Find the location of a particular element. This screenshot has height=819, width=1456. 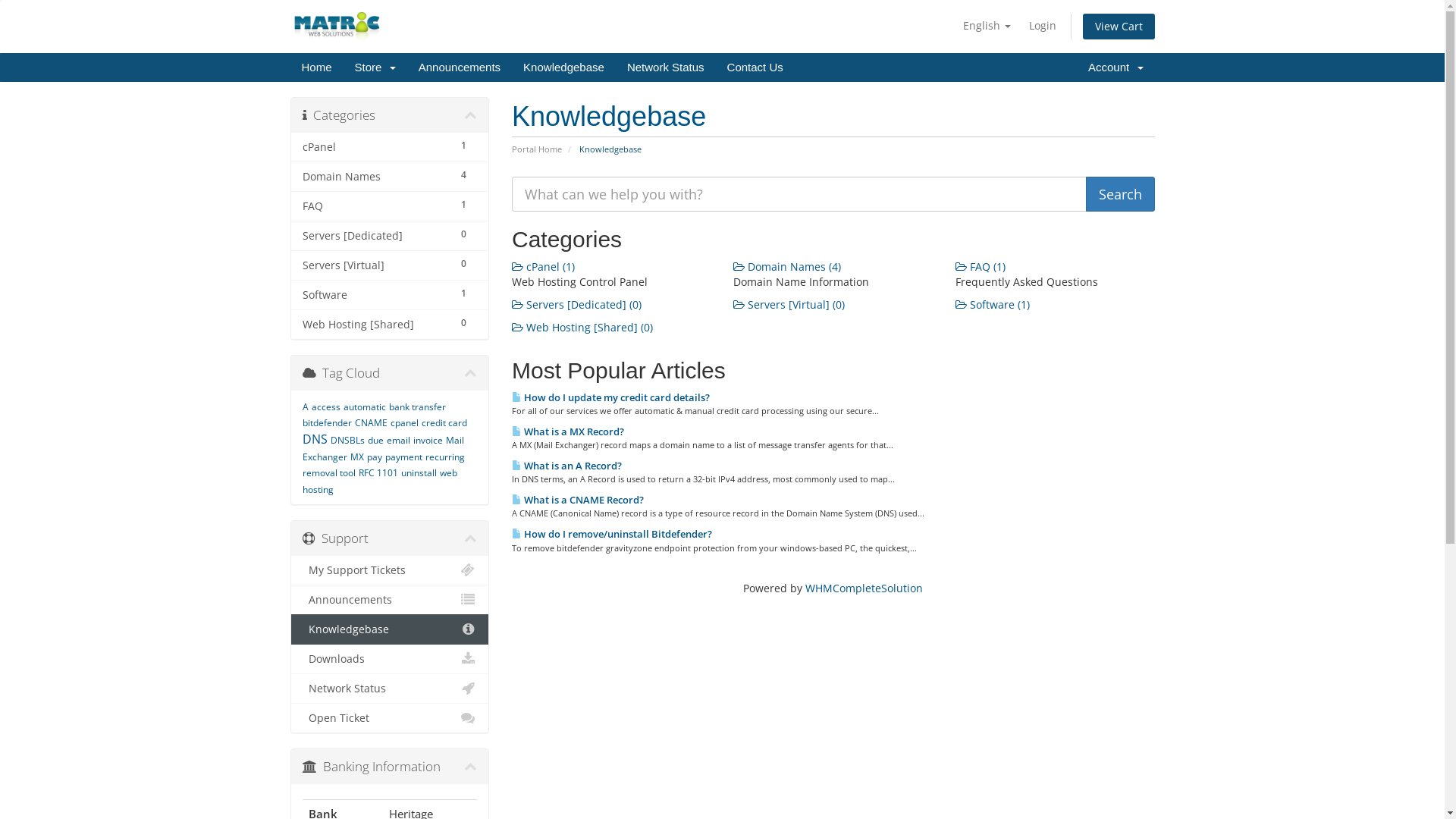

'Domain Names (4)' is located at coordinates (733, 265).